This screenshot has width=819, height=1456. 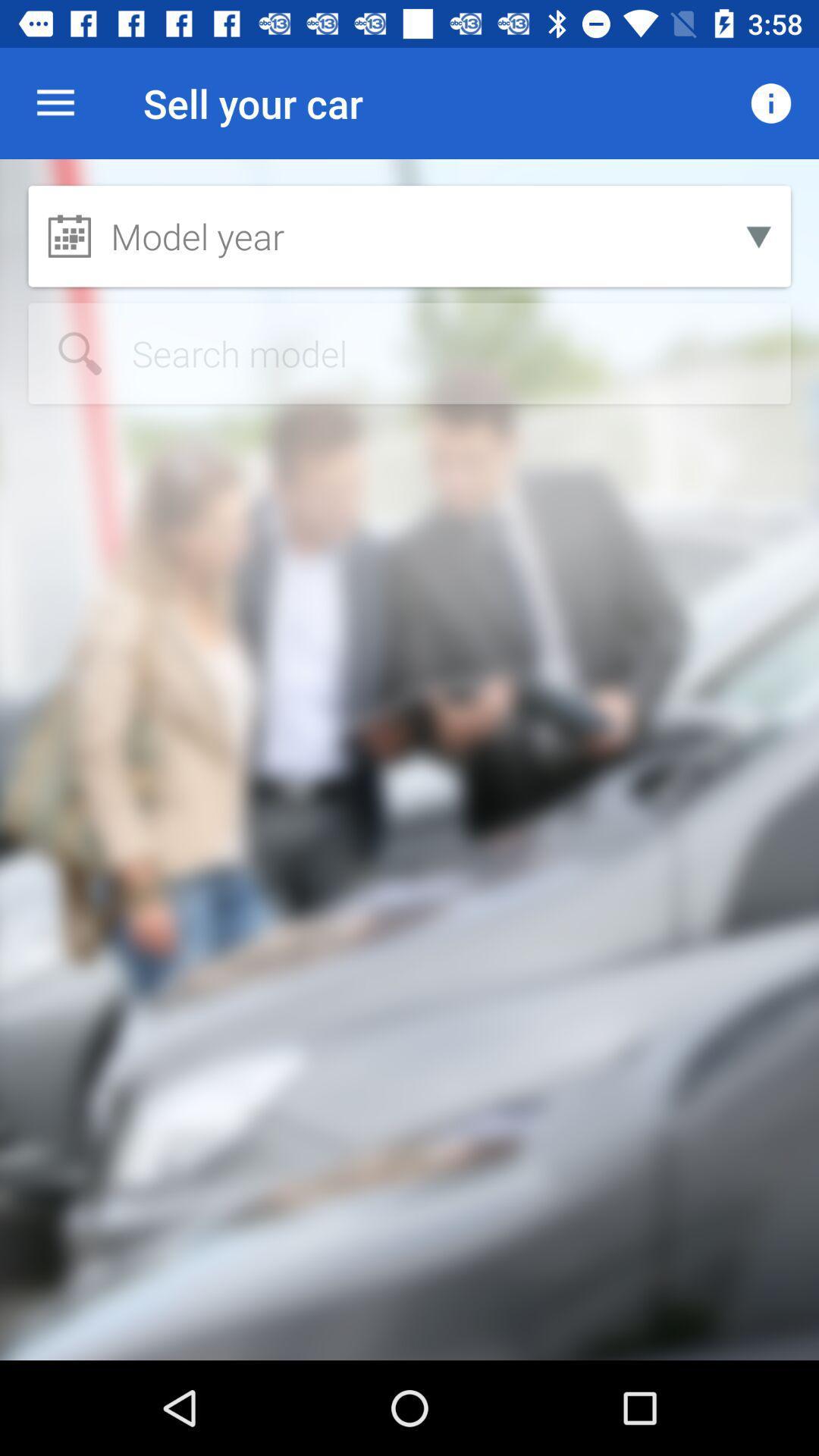 What do you see at coordinates (771, 102) in the screenshot?
I see `icon to the right of sell your car icon` at bounding box center [771, 102].